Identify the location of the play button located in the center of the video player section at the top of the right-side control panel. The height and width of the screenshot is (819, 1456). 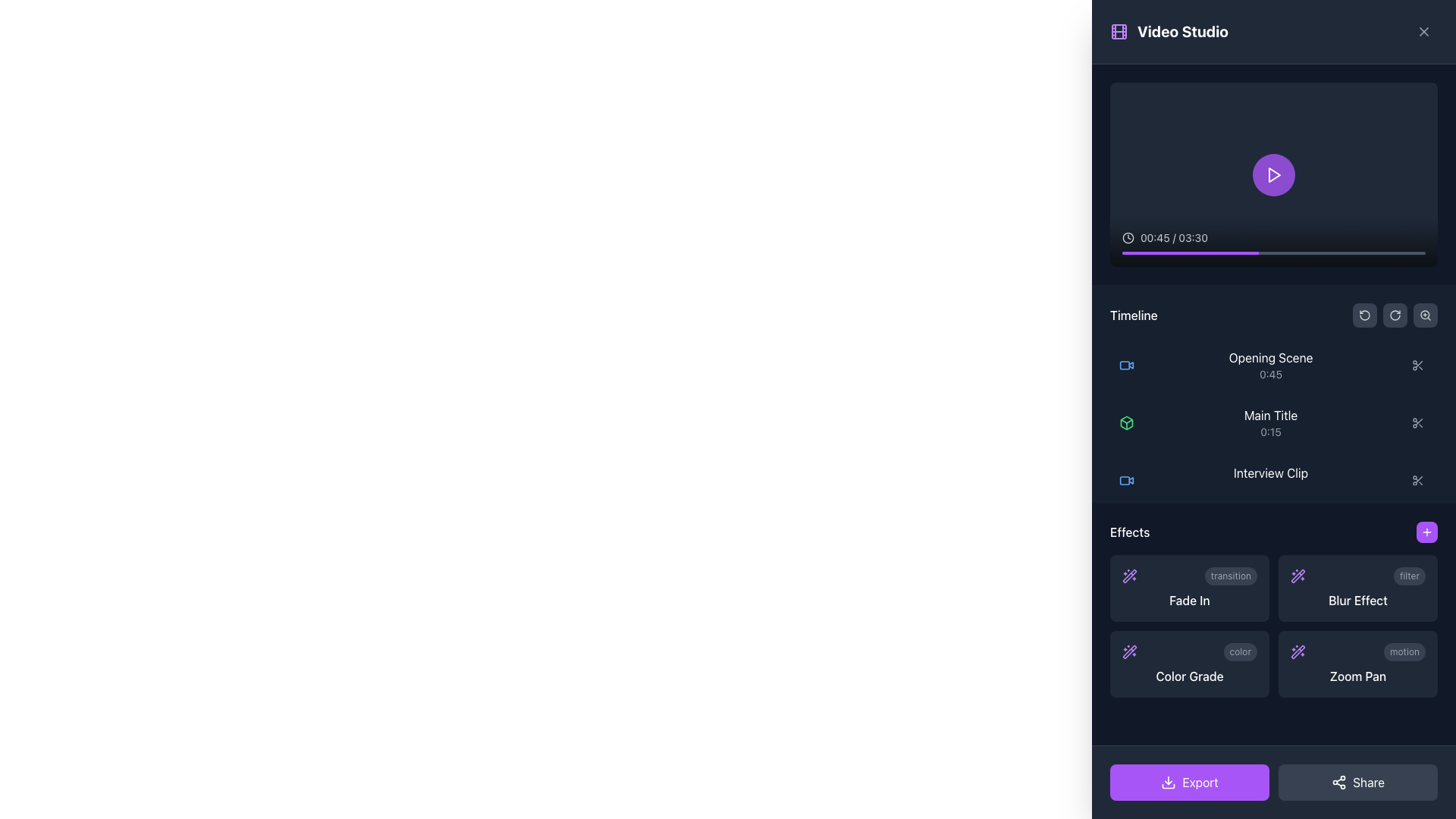
(1274, 174).